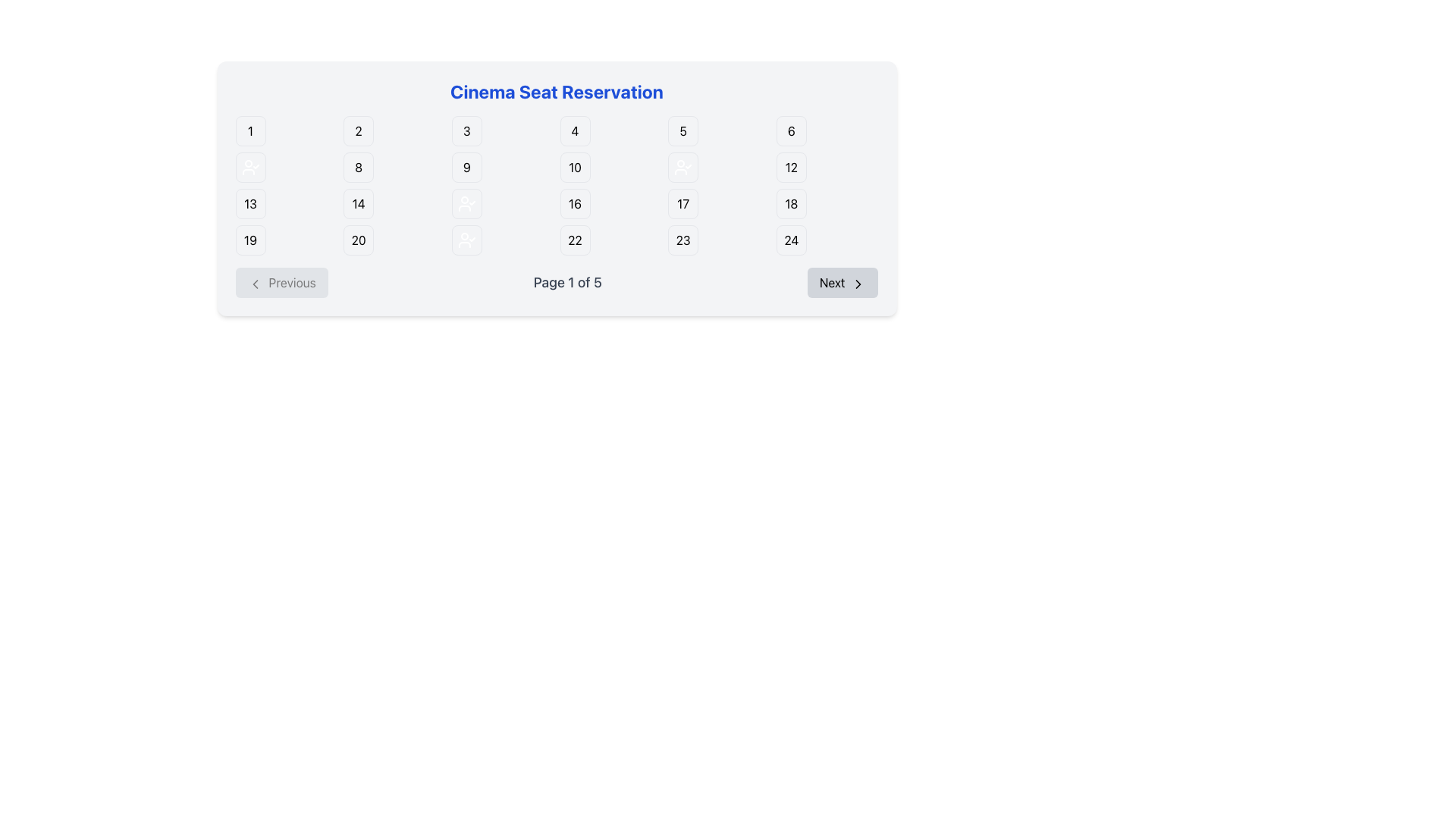 The height and width of the screenshot is (819, 1456). What do you see at coordinates (250, 239) in the screenshot?
I see `the selectable seat number '19' in the cinema reservation system, located in the bottom-left corner of the grid layout` at bounding box center [250, 239].